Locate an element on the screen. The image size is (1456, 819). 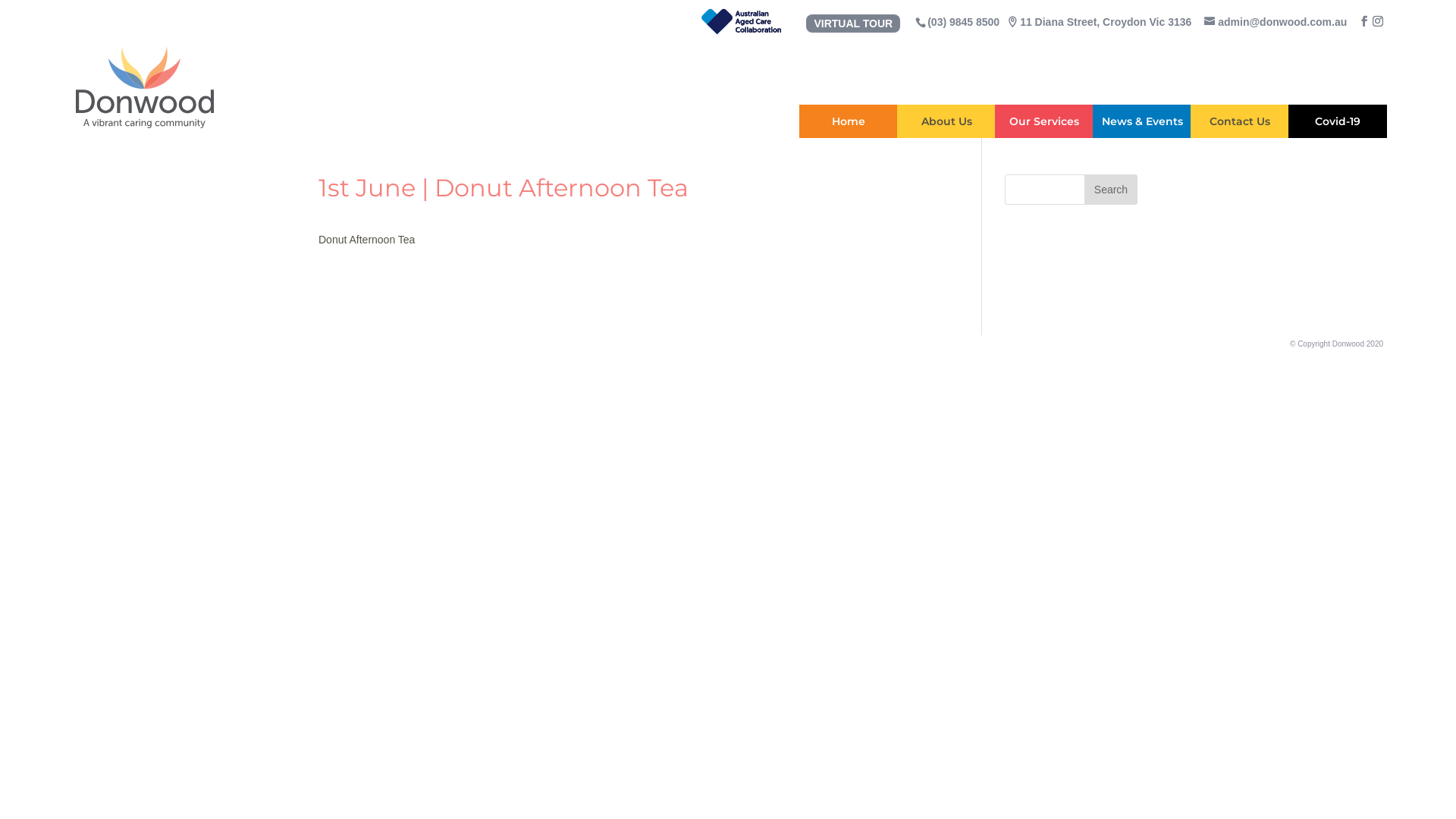
'Home' is located at coordinates (847, 120).